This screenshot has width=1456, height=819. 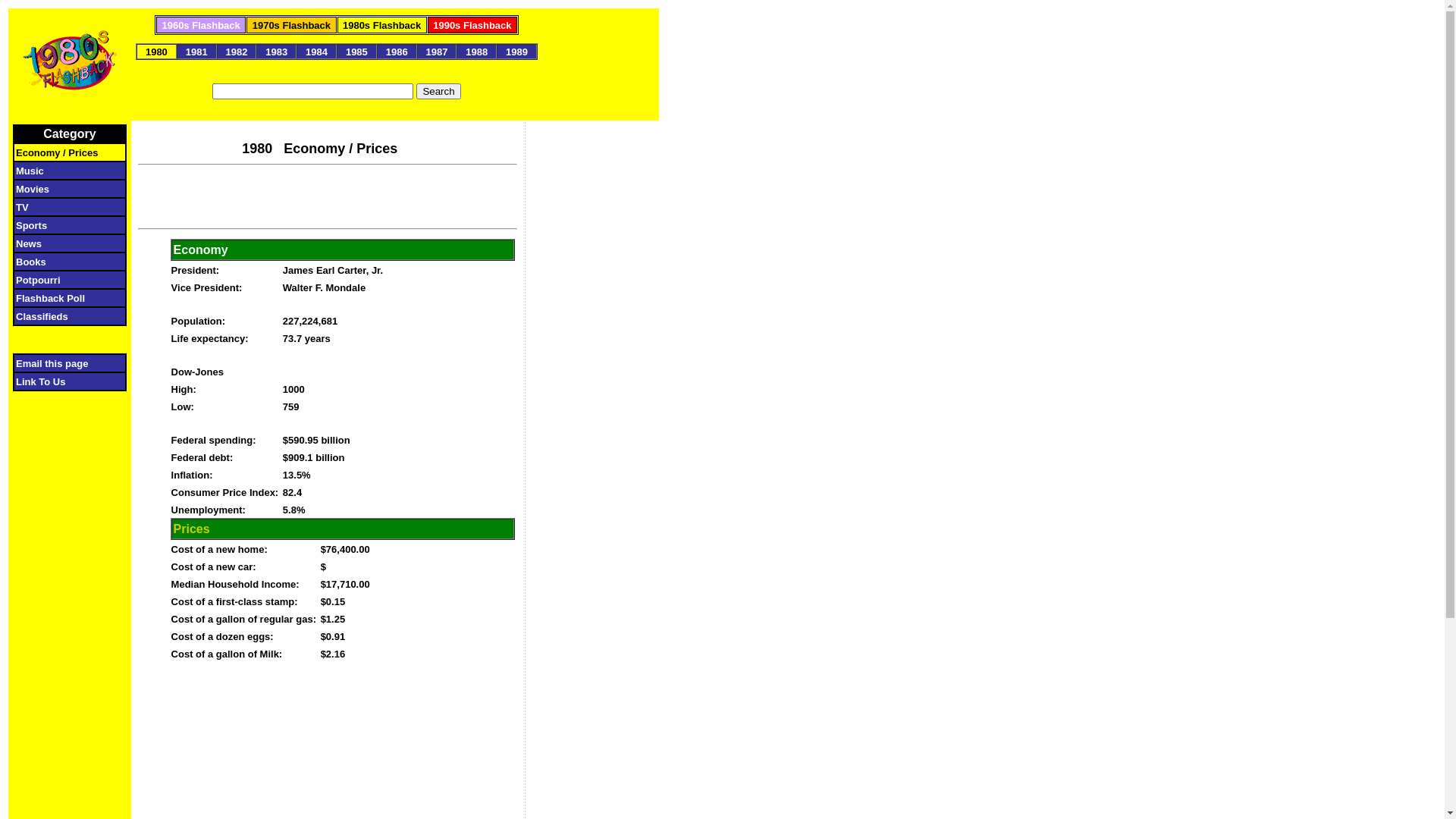 What do you see at coordinates (64, 242) in the screenshot?
I see `'News                           '` at bounding box center [64, 242].